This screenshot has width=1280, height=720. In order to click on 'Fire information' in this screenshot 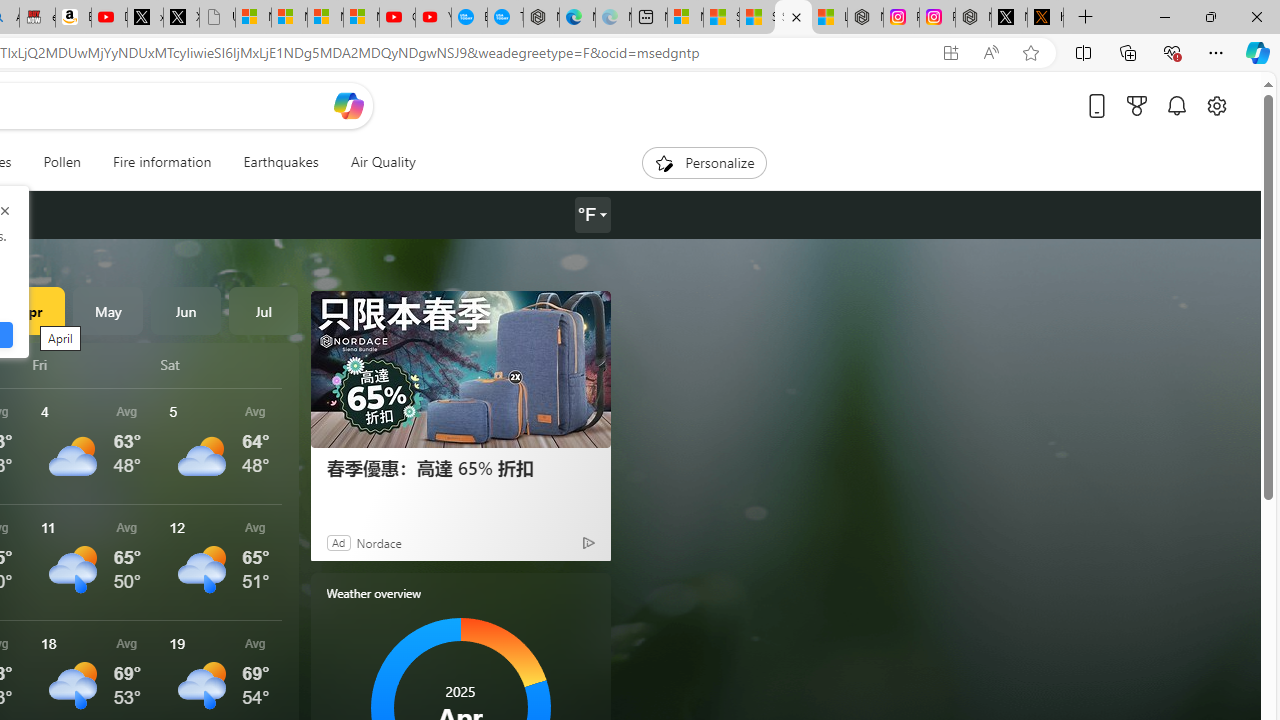, I will do `click(161, 162)`.